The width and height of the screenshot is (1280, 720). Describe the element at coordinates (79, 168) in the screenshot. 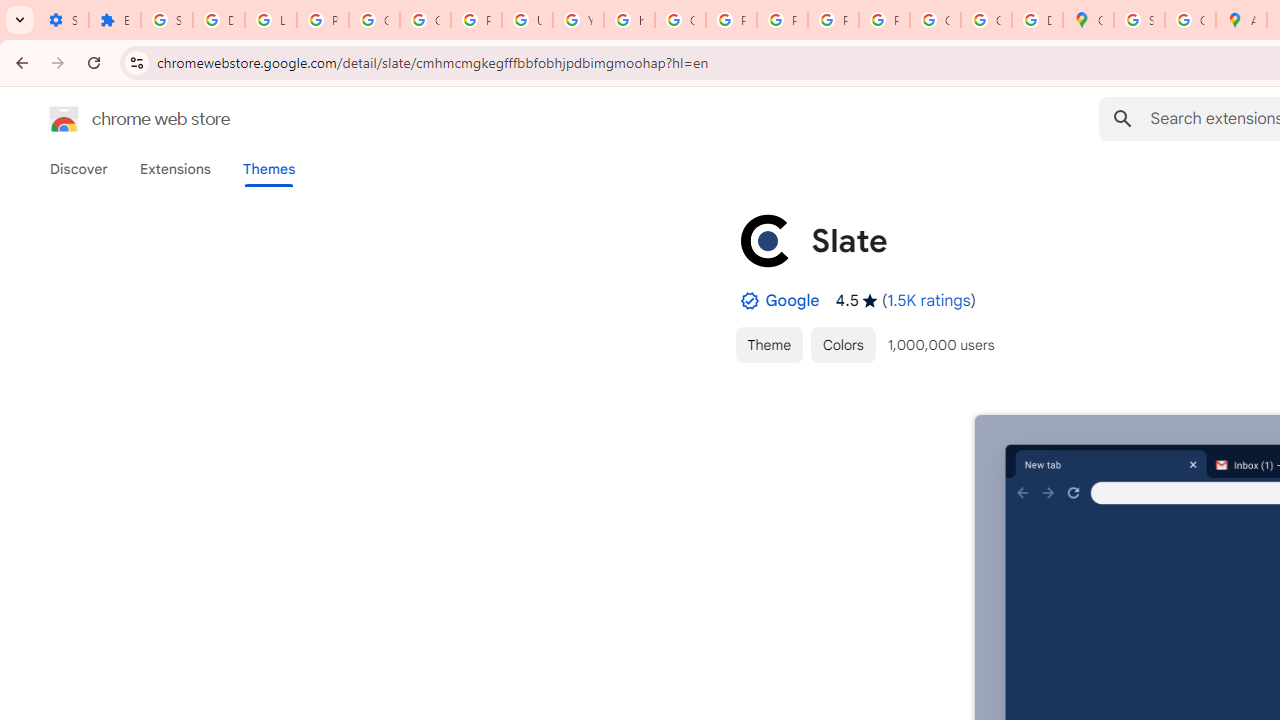

I see `'Discover'` at that location.